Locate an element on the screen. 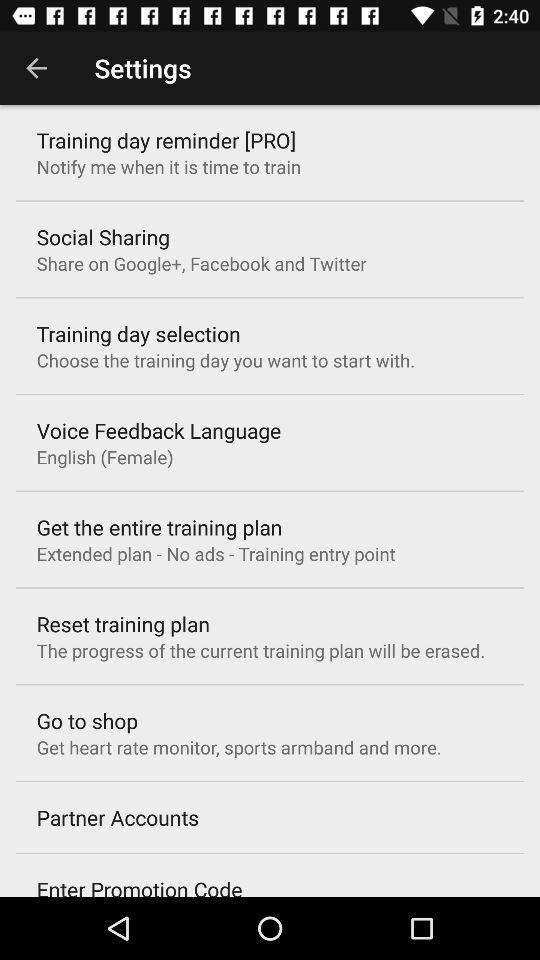 Image resolution: width=540 pixels, height=960 pixels. social sharing is located at coordinates (103, 237).